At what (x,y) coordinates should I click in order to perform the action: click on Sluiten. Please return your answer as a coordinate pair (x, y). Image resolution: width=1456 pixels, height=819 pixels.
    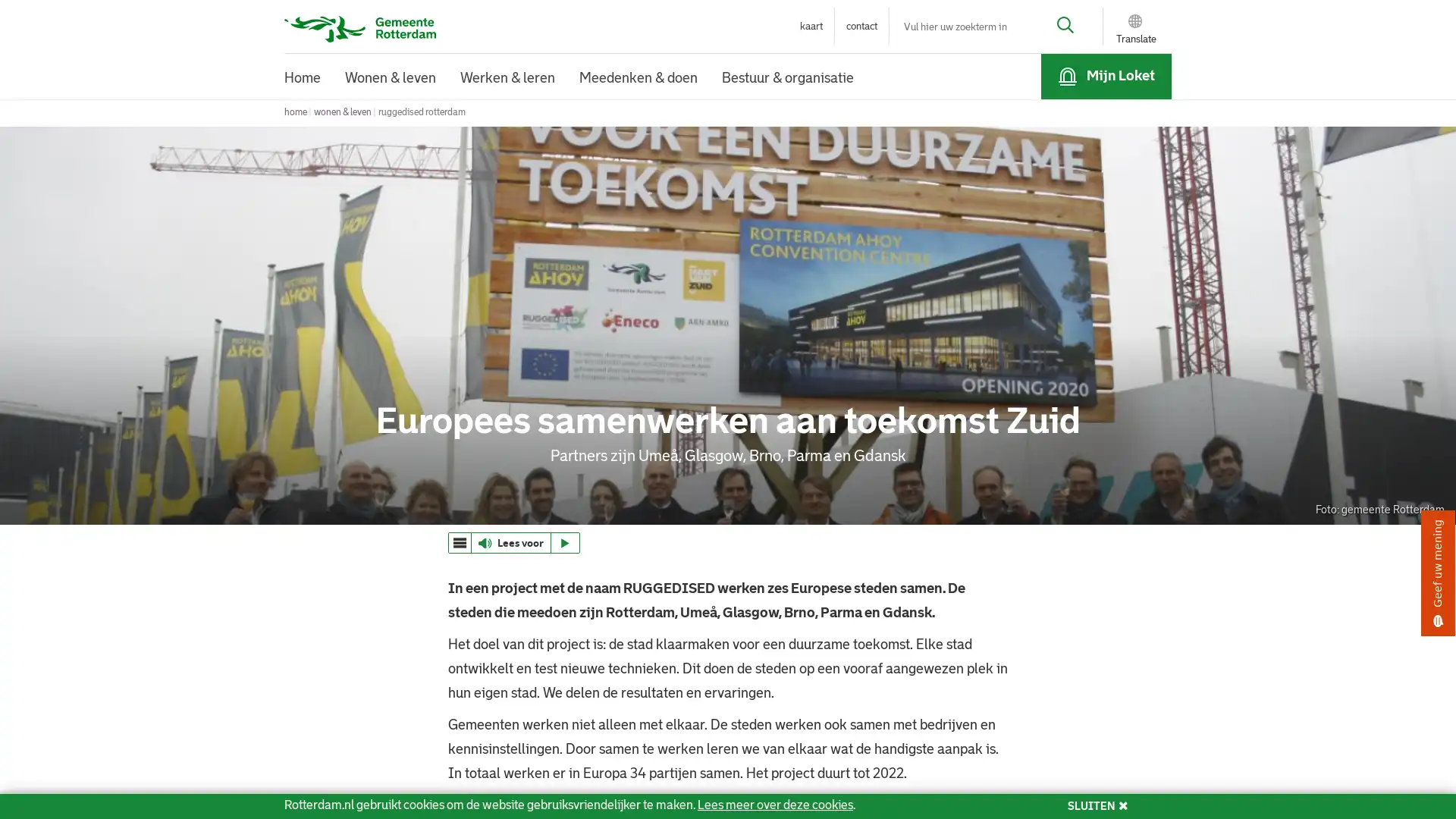
    Looking at the image, I should click on (940, 42).